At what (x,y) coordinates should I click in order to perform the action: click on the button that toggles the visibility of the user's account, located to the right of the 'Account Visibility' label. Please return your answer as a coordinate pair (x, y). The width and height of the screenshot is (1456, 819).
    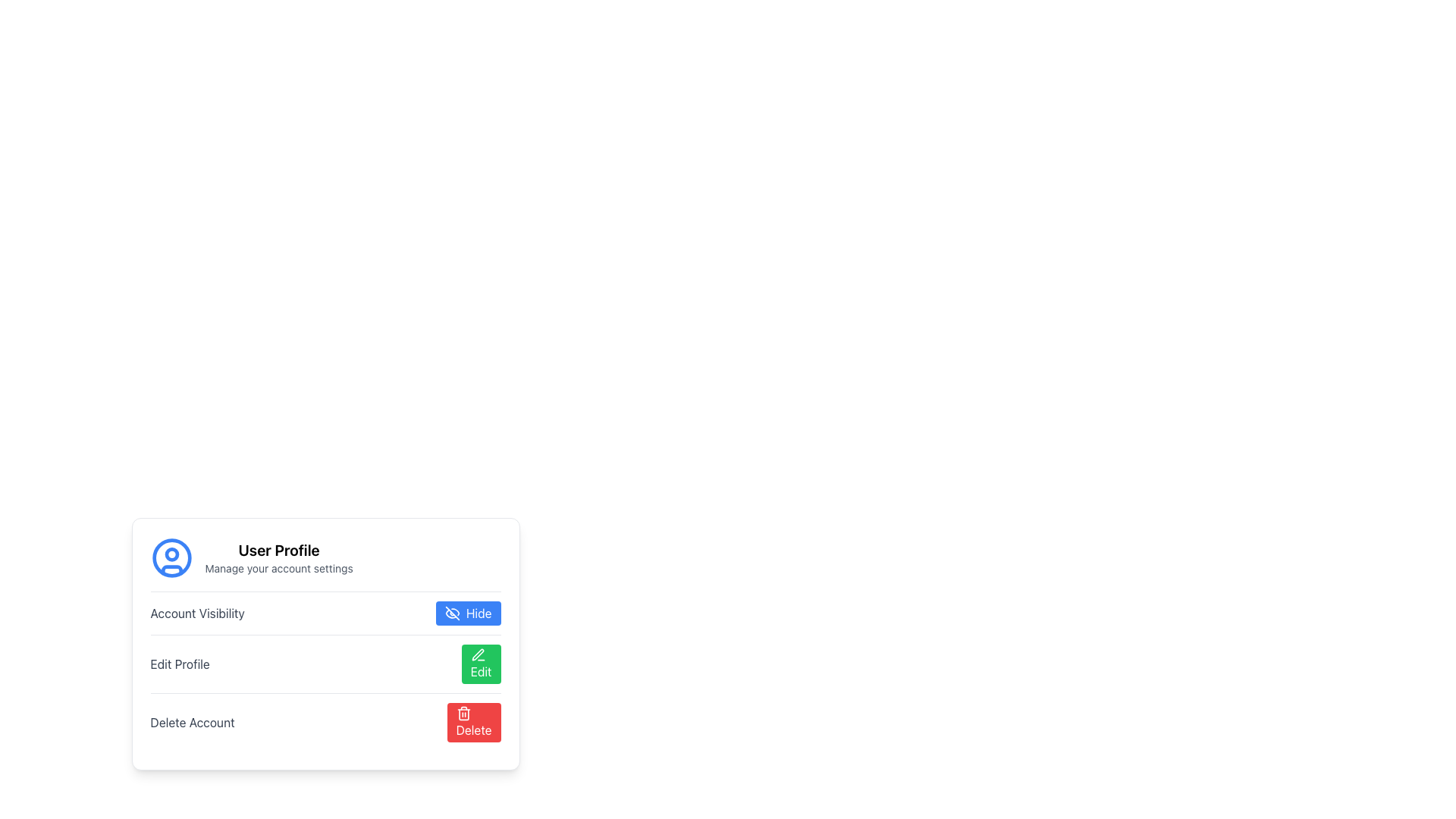
    Looking at the image, I should click on (467, 613).